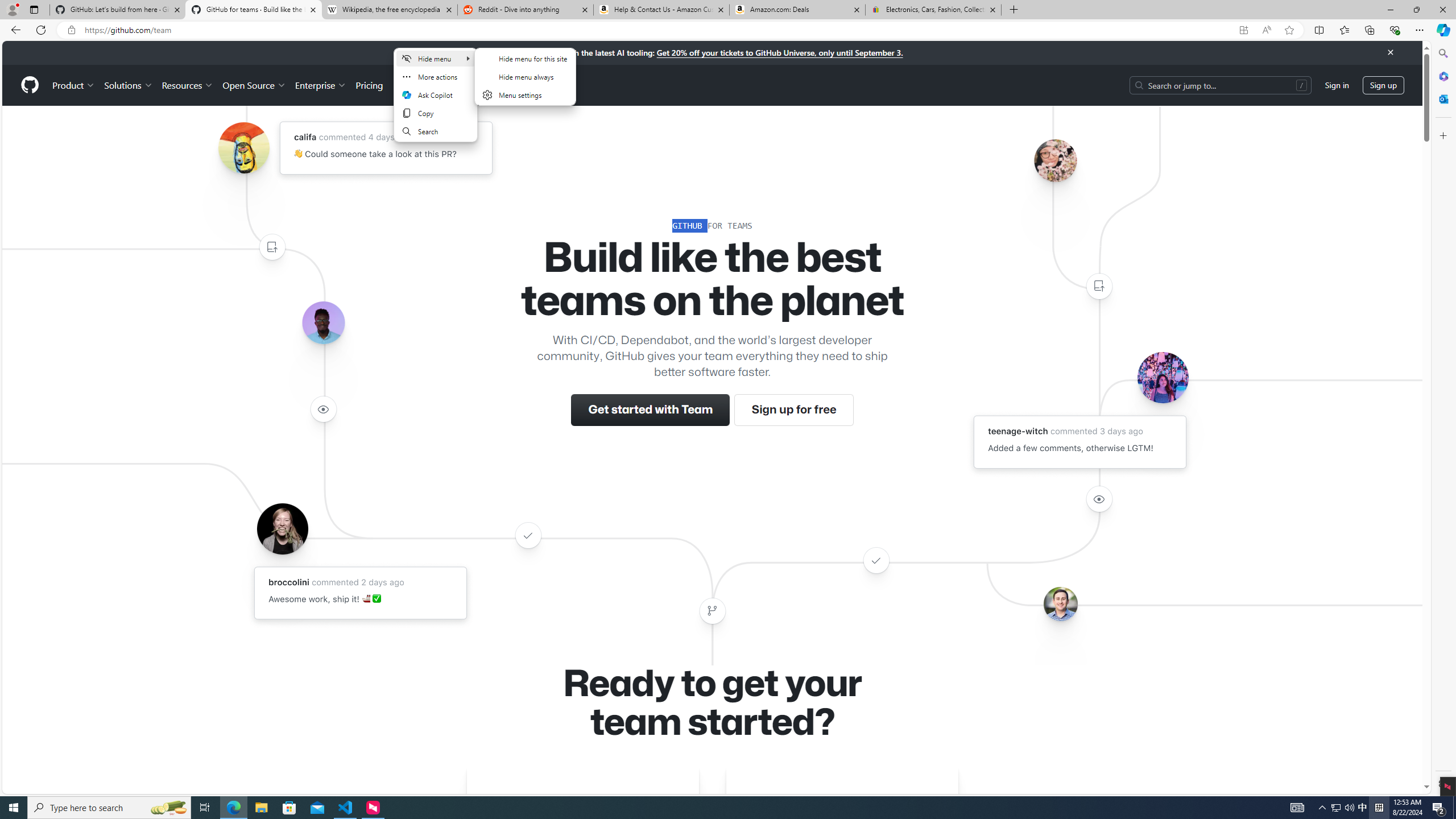  What do you see at coordinates (255, 85) in the screenshot?
I see `'Open Source'` at bounding box center [255, 85].